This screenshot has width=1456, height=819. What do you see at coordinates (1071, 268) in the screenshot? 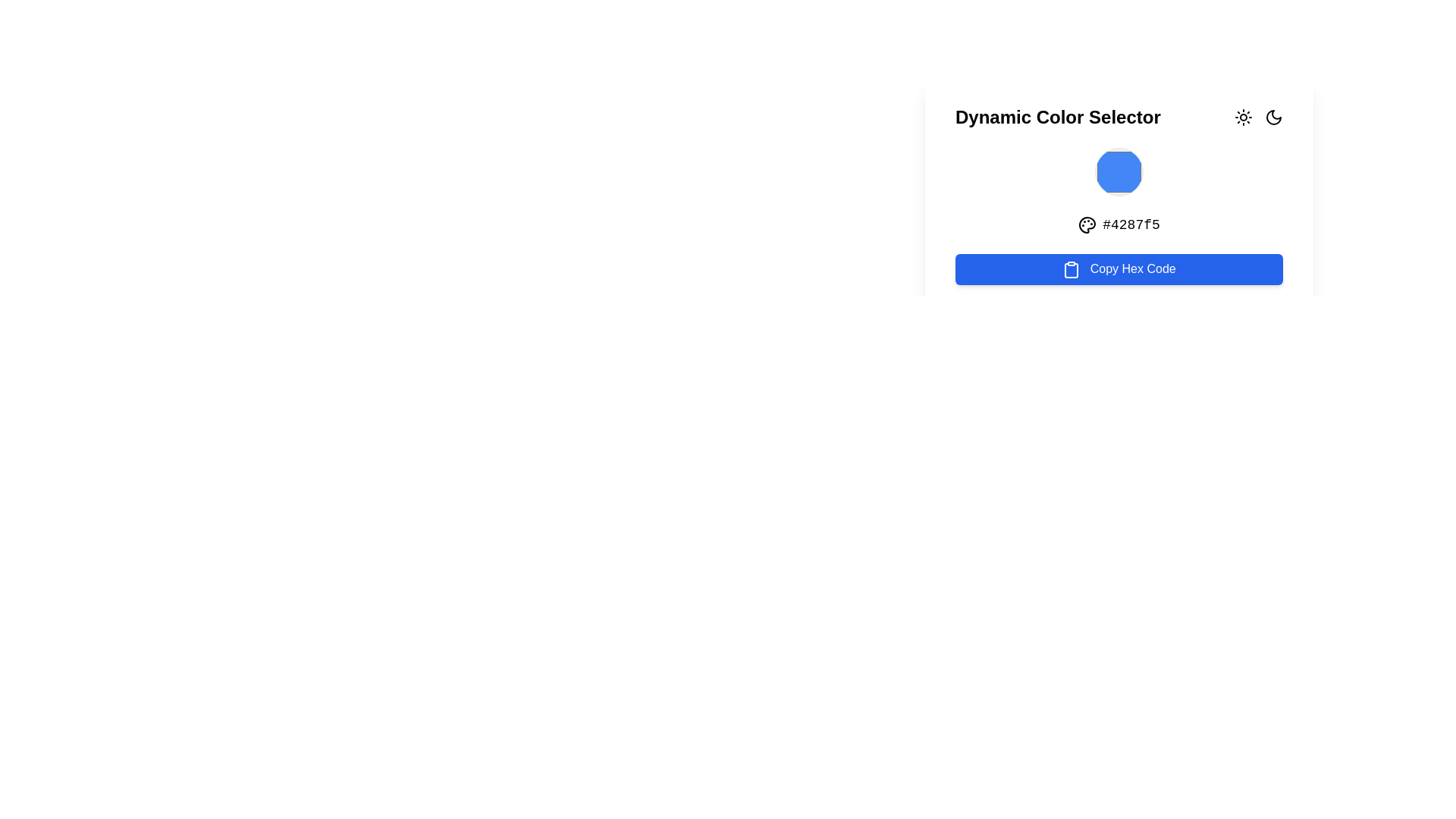
I see `the 'Copy Hex Code' button, which contains a clipboard icon, located at the bottom-center of the interface` at bounding box center [1071, 268].